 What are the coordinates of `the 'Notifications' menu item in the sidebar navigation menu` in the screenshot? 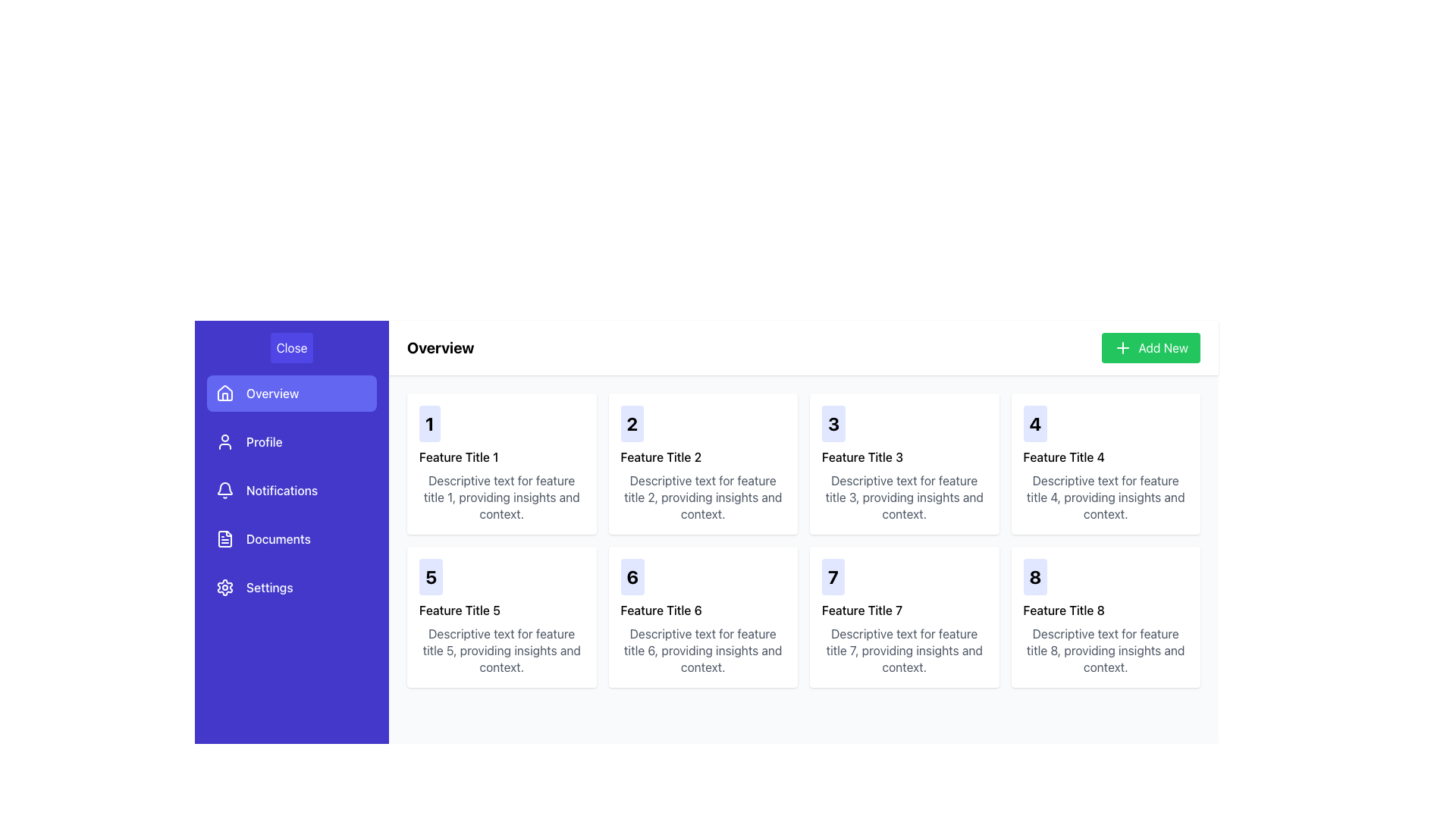 It's located at (291, 491).